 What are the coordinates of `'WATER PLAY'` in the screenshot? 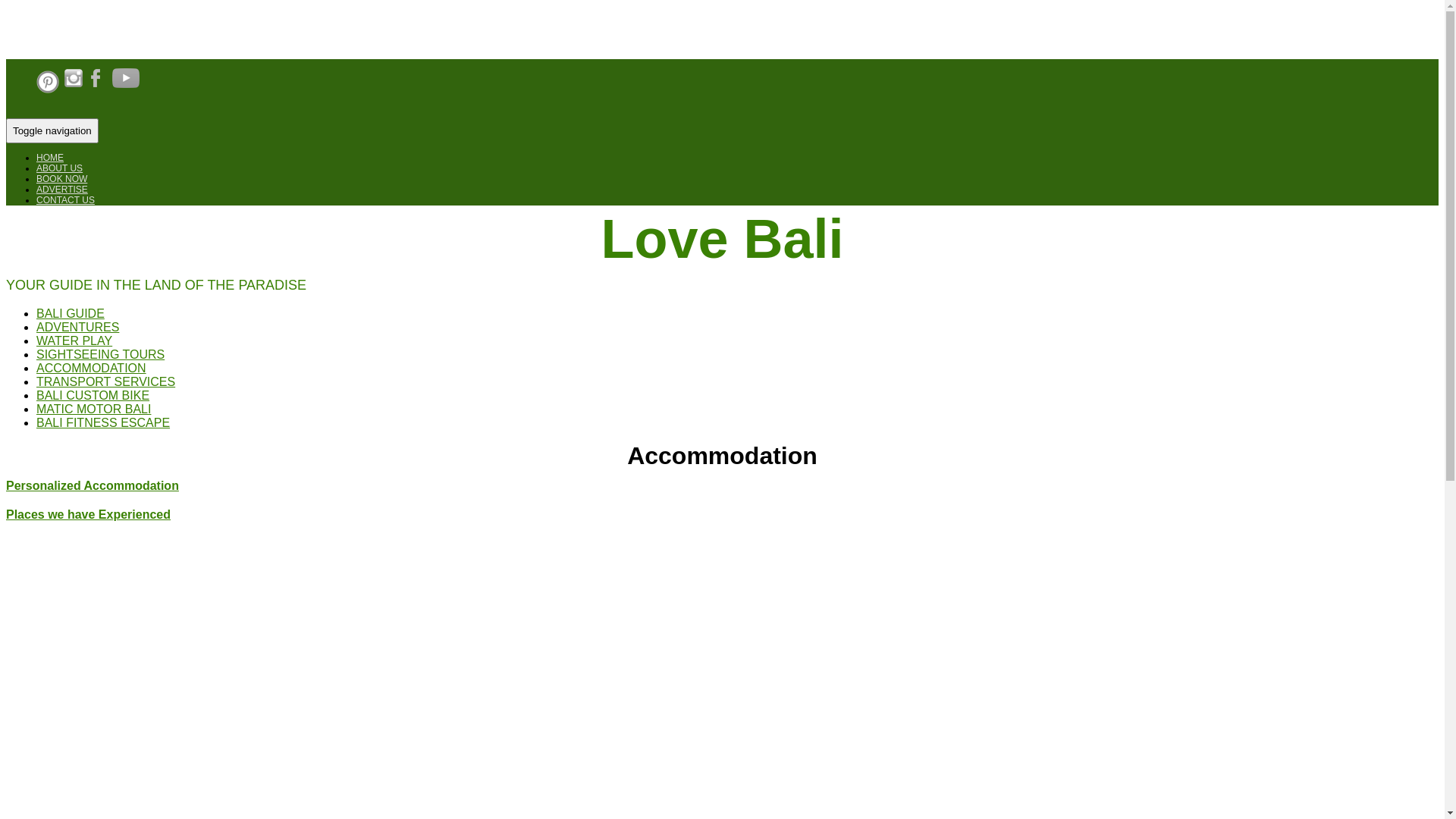 It's located at (36, 340).